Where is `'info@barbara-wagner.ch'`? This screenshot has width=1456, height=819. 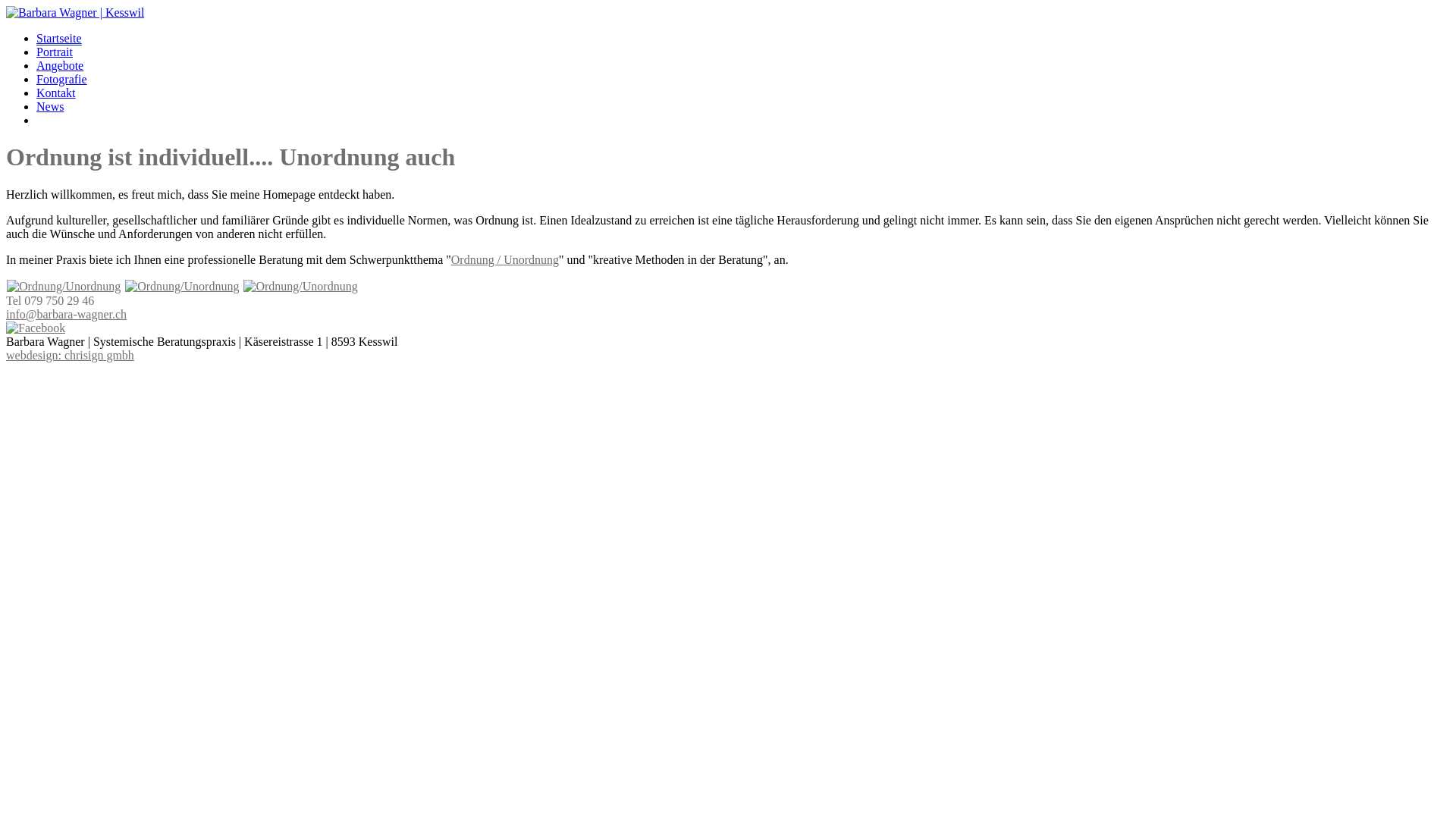
'info@barbara-wagner.ch' is located at coordinates (65, 313).